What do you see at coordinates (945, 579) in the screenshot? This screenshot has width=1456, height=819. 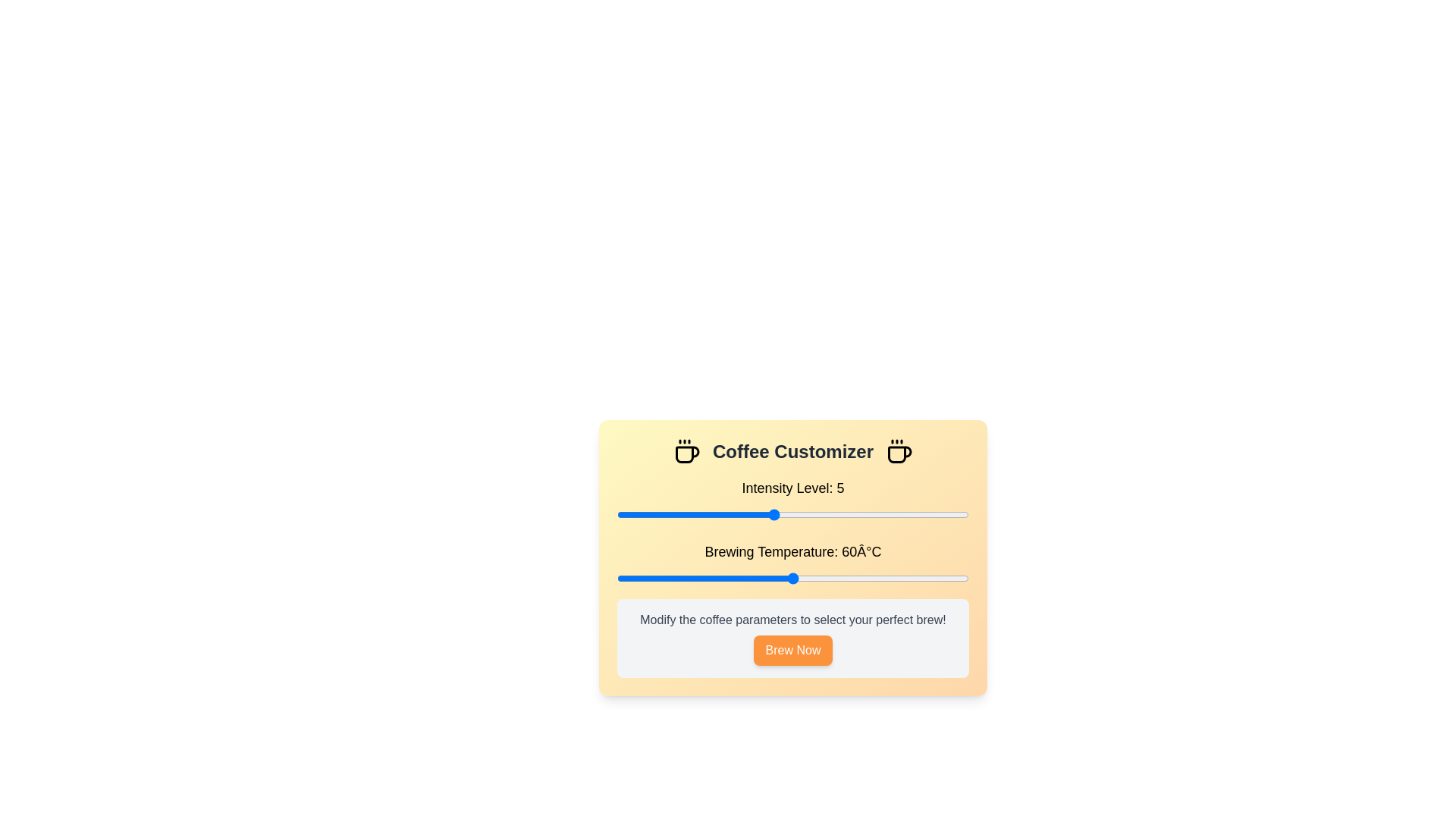 I see `the brewing temperature slider to 86°C` at bounding box center [945, 579].